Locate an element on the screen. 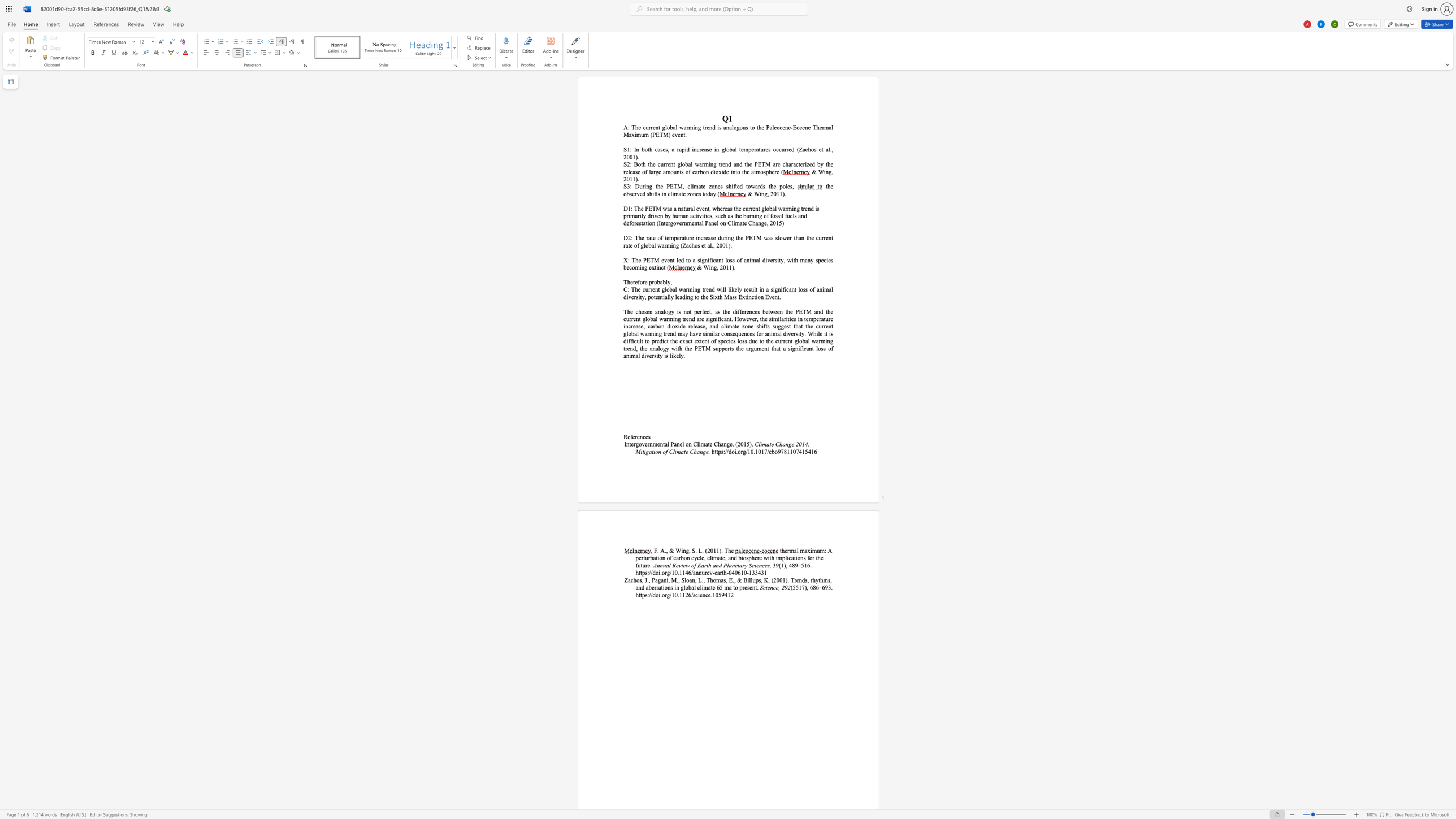 The width and height of the screenshot is (1456, 819). the space between the continuous character "C" and ":" in the text is located at coordinates (626, 289).